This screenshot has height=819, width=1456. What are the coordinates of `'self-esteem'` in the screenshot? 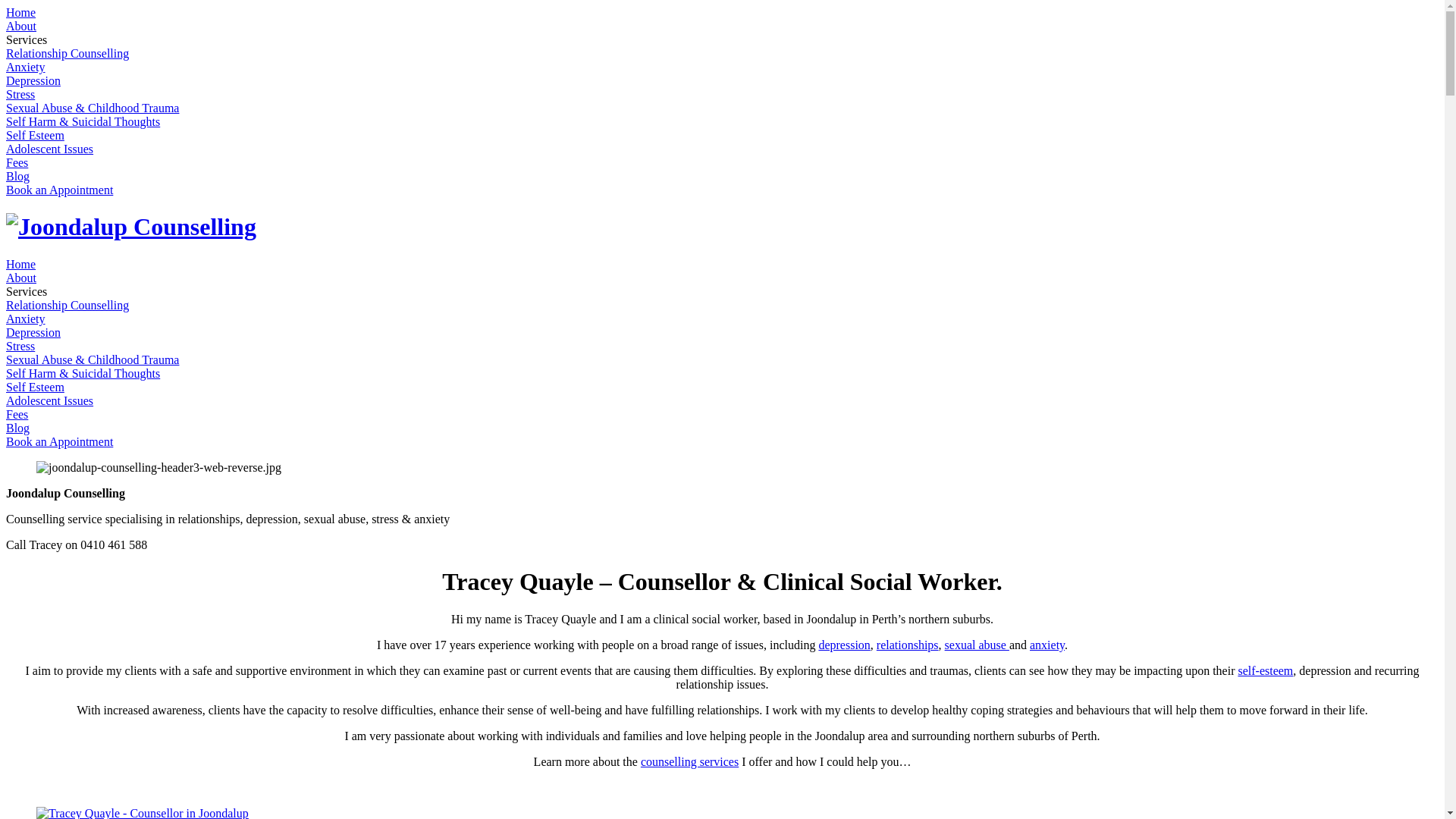 It's located at (1265, 670).